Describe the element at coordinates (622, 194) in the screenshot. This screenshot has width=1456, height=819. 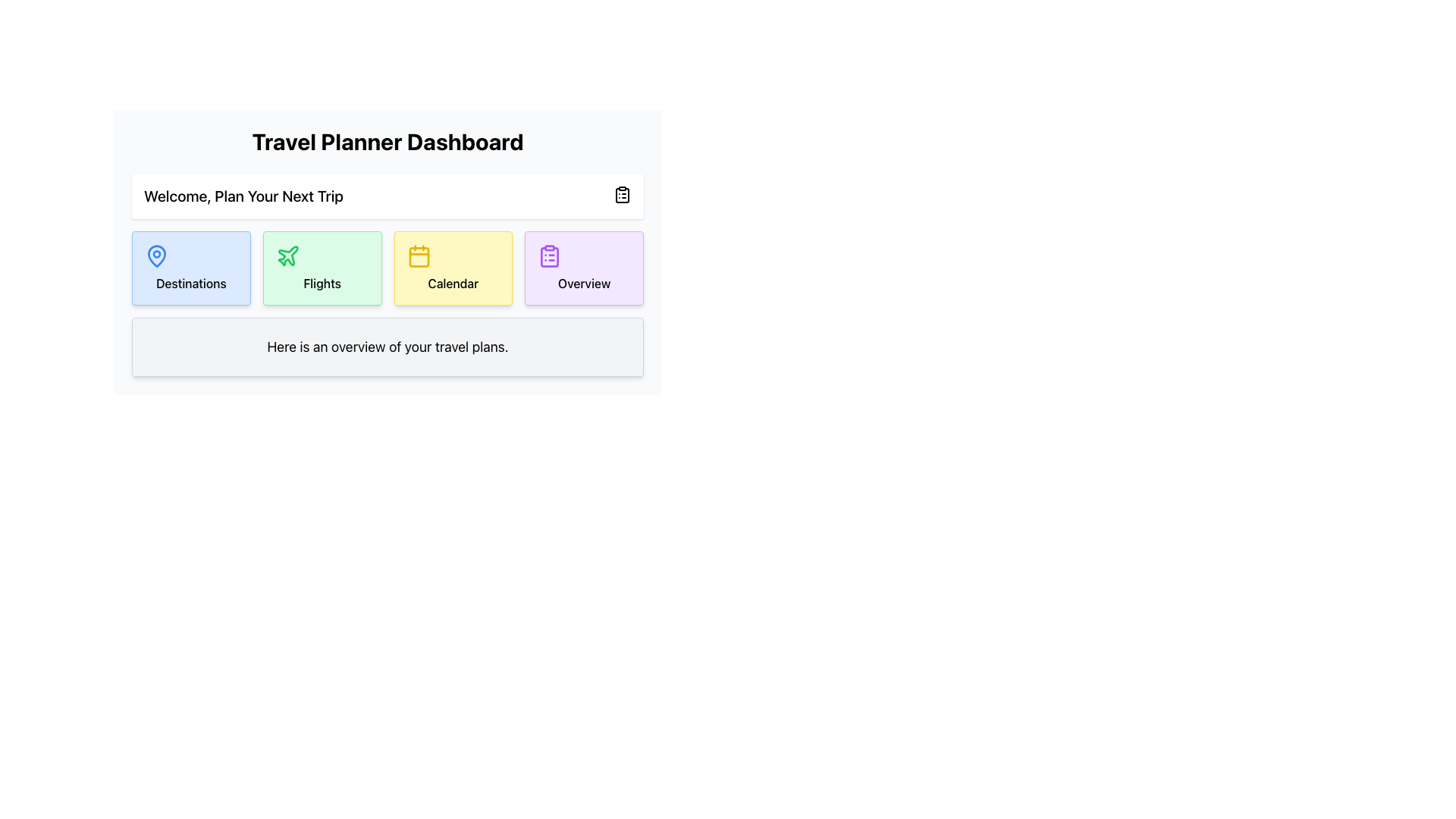
I see `the clipboard icon located at the far-right side of the header area` at that location.